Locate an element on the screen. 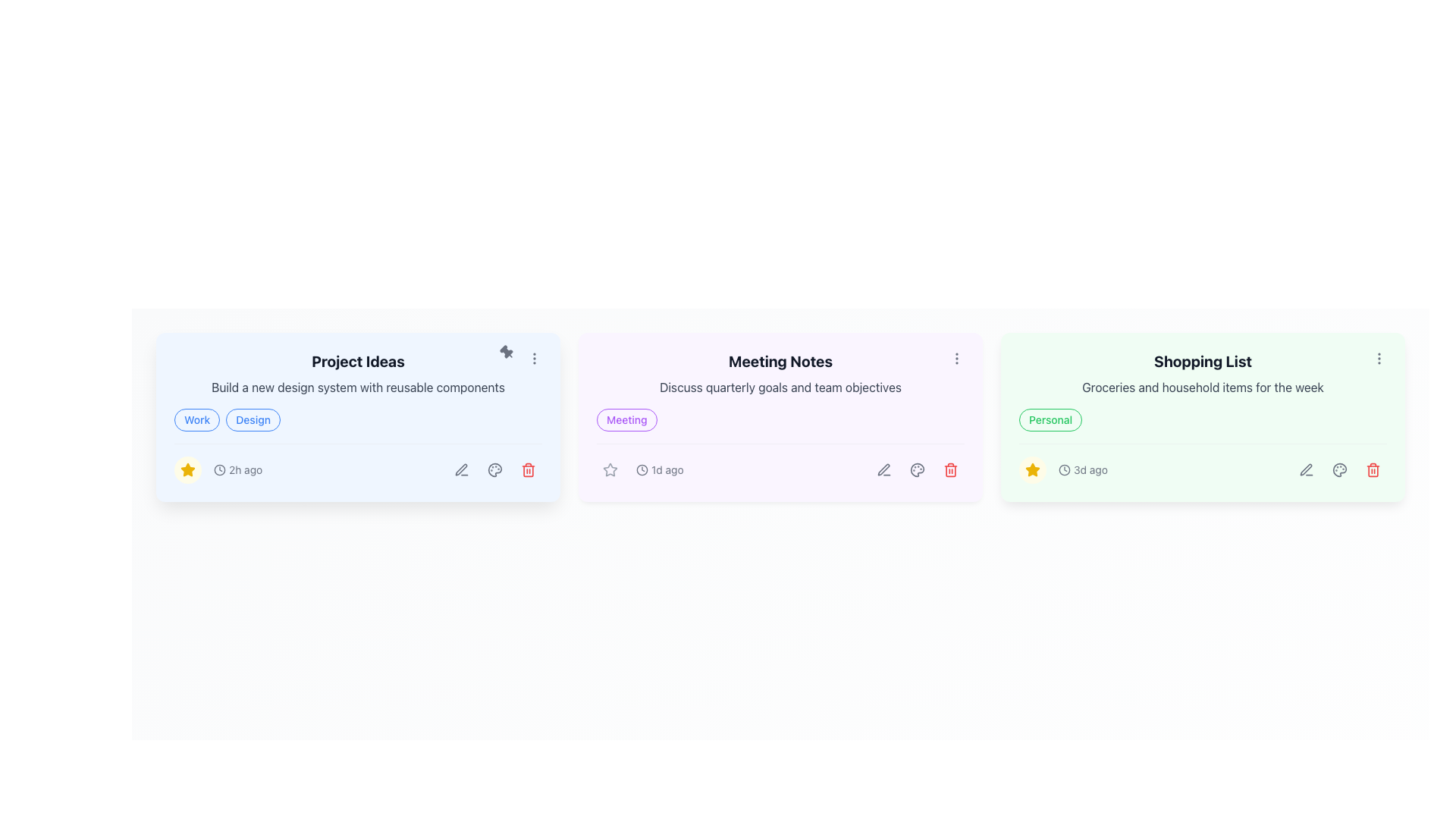  the vertical ellipsis button located in the top-right corner of the 'Meeting Notes' card is located at coordinates (956, 359).